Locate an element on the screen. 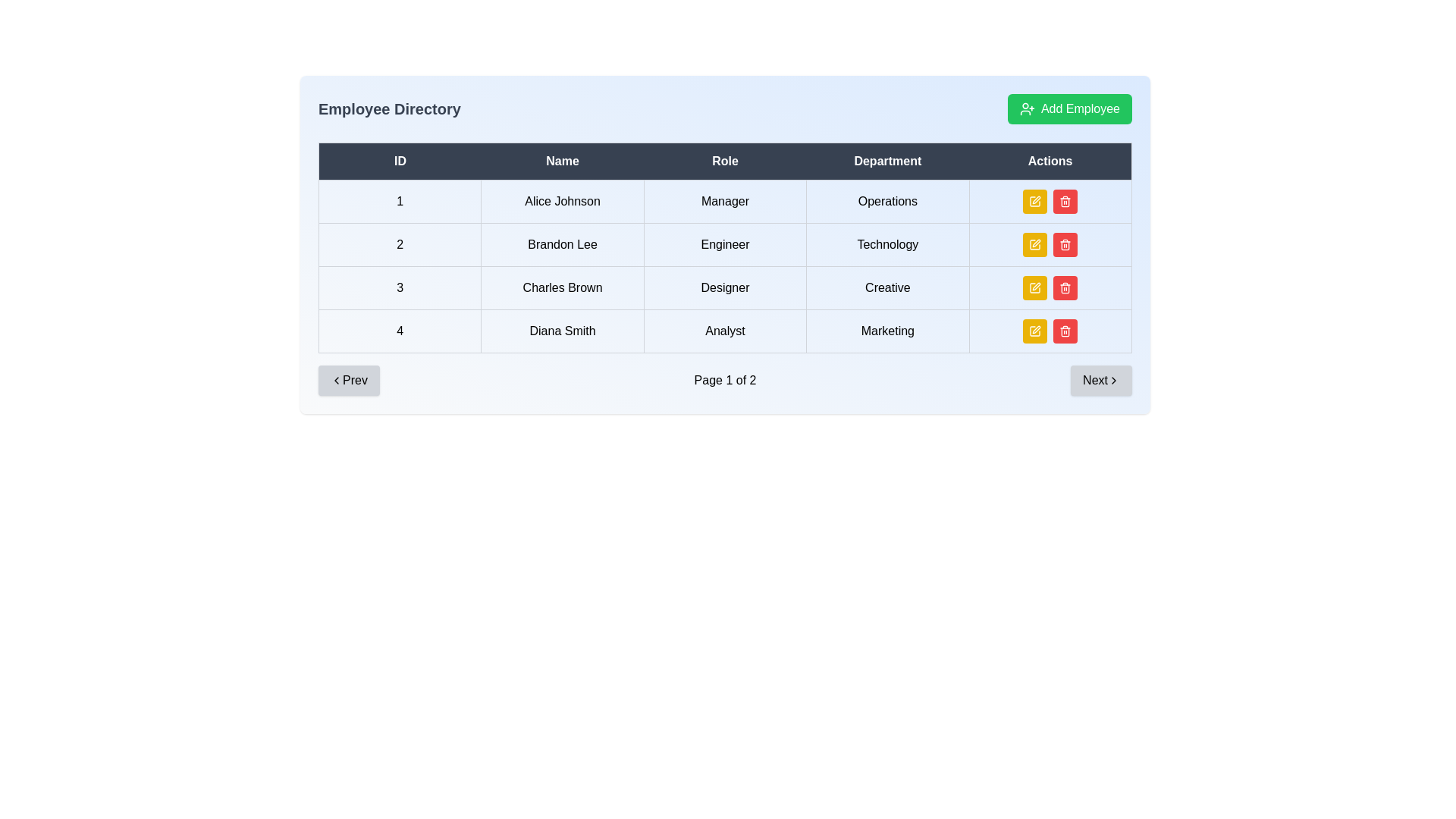  the edit icon, which is a small thin outline button resembling a tool, located in the Actions column for the first row (ID 1: Alice Johnson) is located at coordinates (1036, 199).